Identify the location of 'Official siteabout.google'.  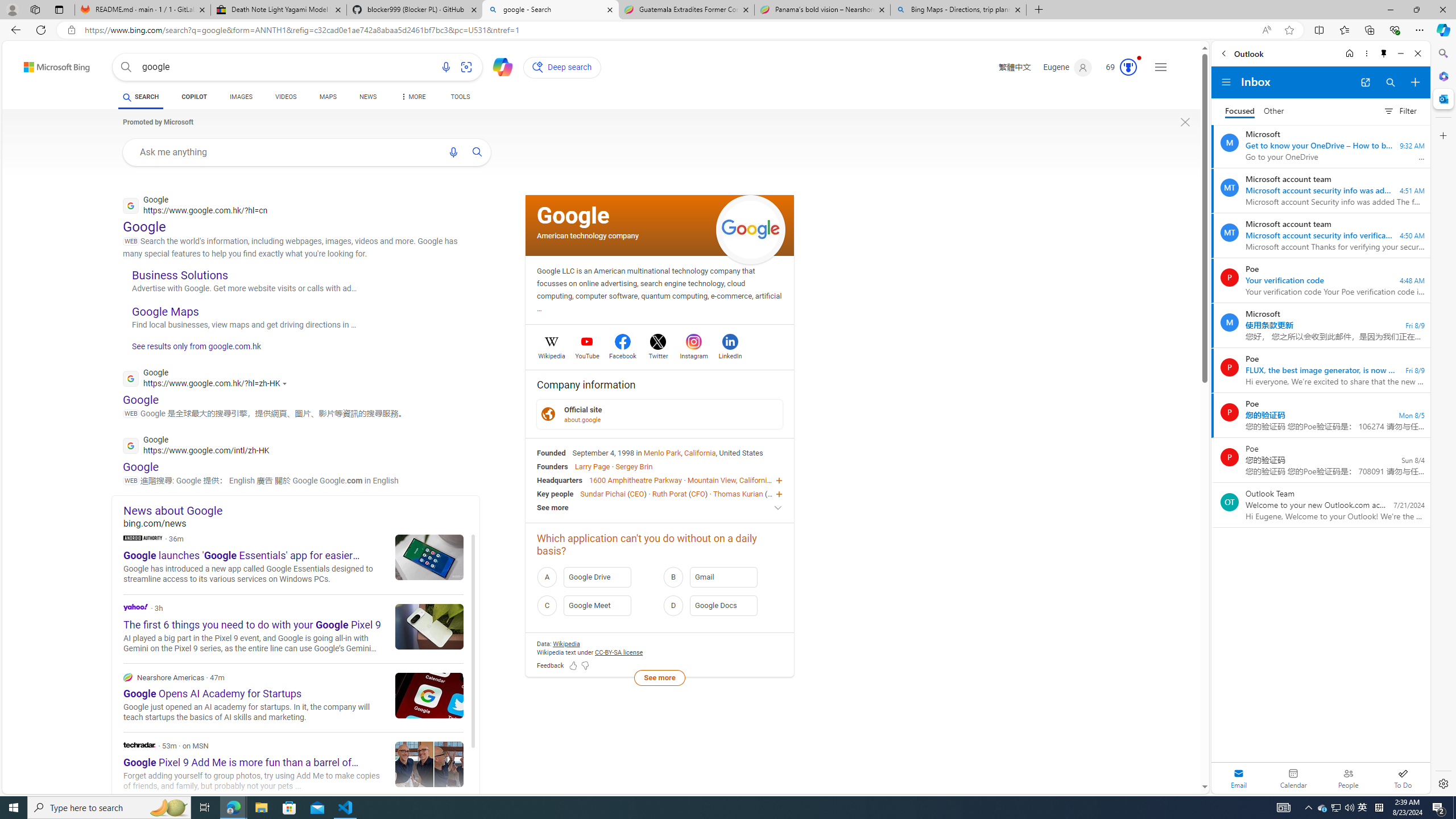
(659, 413).